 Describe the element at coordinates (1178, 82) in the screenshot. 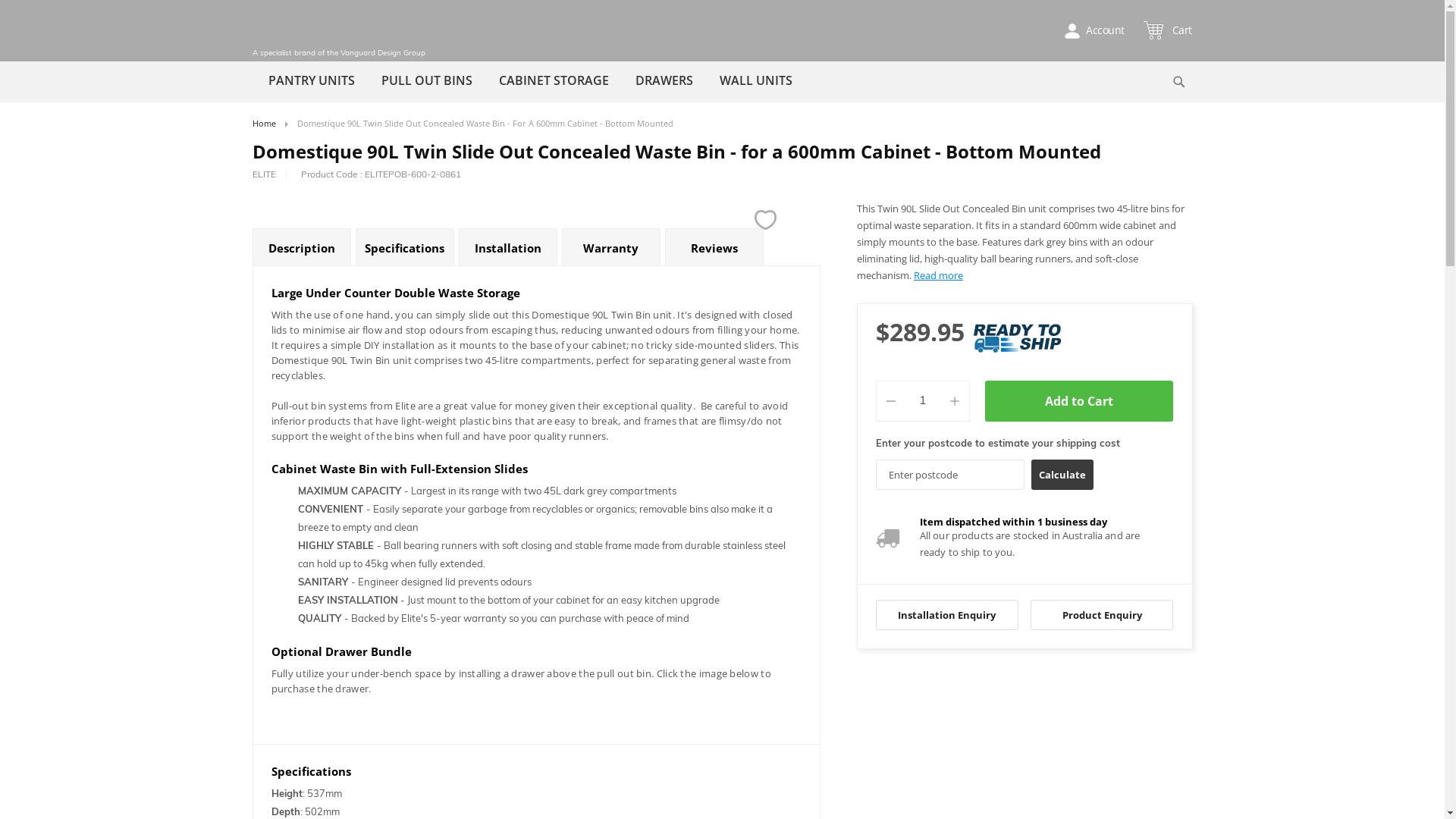

I see `'Search'` at that location.